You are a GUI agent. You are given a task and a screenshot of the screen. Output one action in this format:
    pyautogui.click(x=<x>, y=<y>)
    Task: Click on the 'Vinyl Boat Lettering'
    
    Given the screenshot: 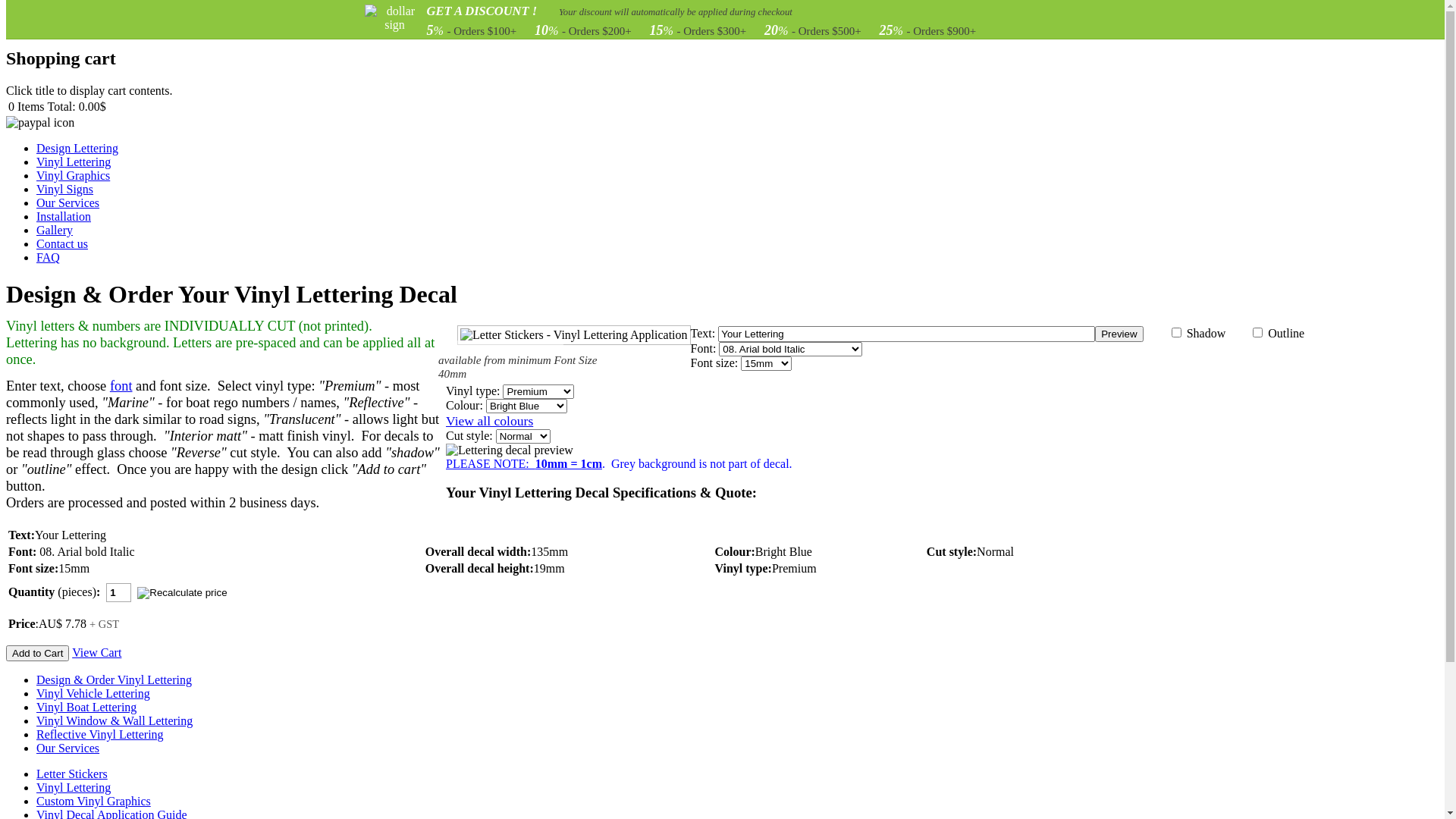 What is the action you would take?
    pyautogui.click(x=86, y=707)
    